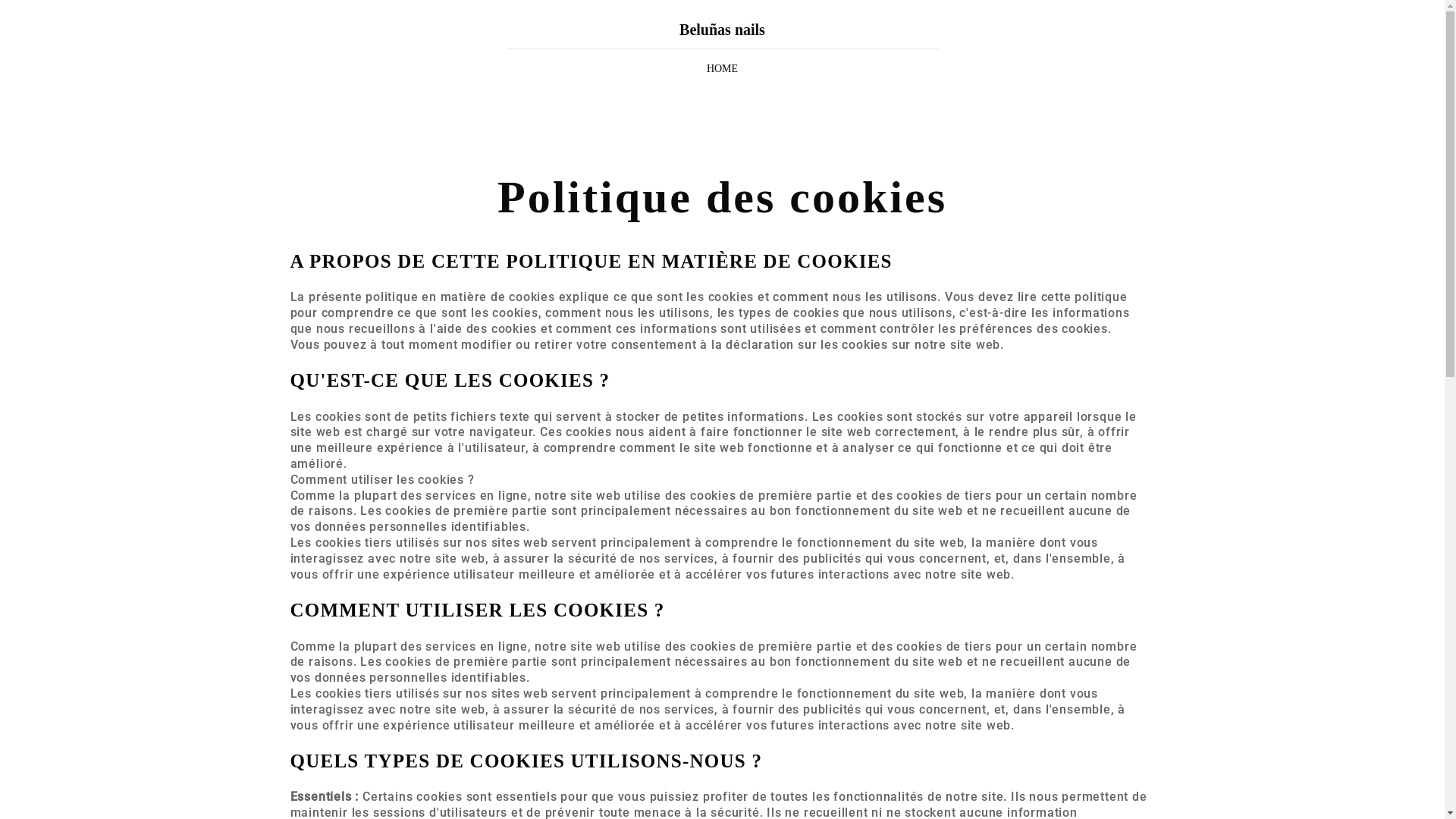  Describe the element at coordinates (721, 69) in the screenshot. I see `'HOME'` at that location.